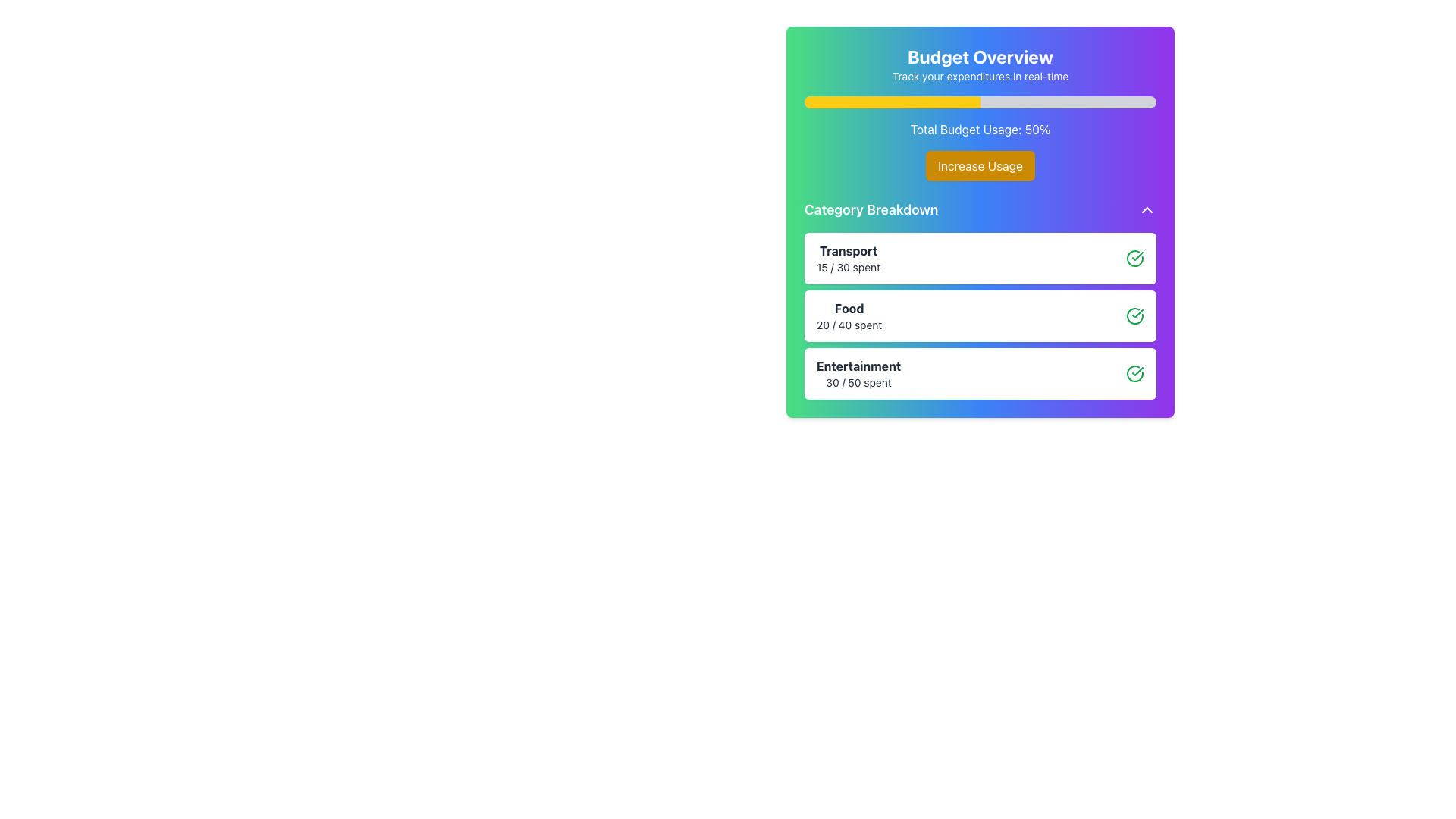 The height and width of the screenshot is (819, 1456). What do you see at coordinates (980, 63) in the screenshot?
I see `the Header element that introduces the budgeting card, which includes a title and a brief supportive description, located at the top of the card against a gradient background` at bounding box center [980, 63].